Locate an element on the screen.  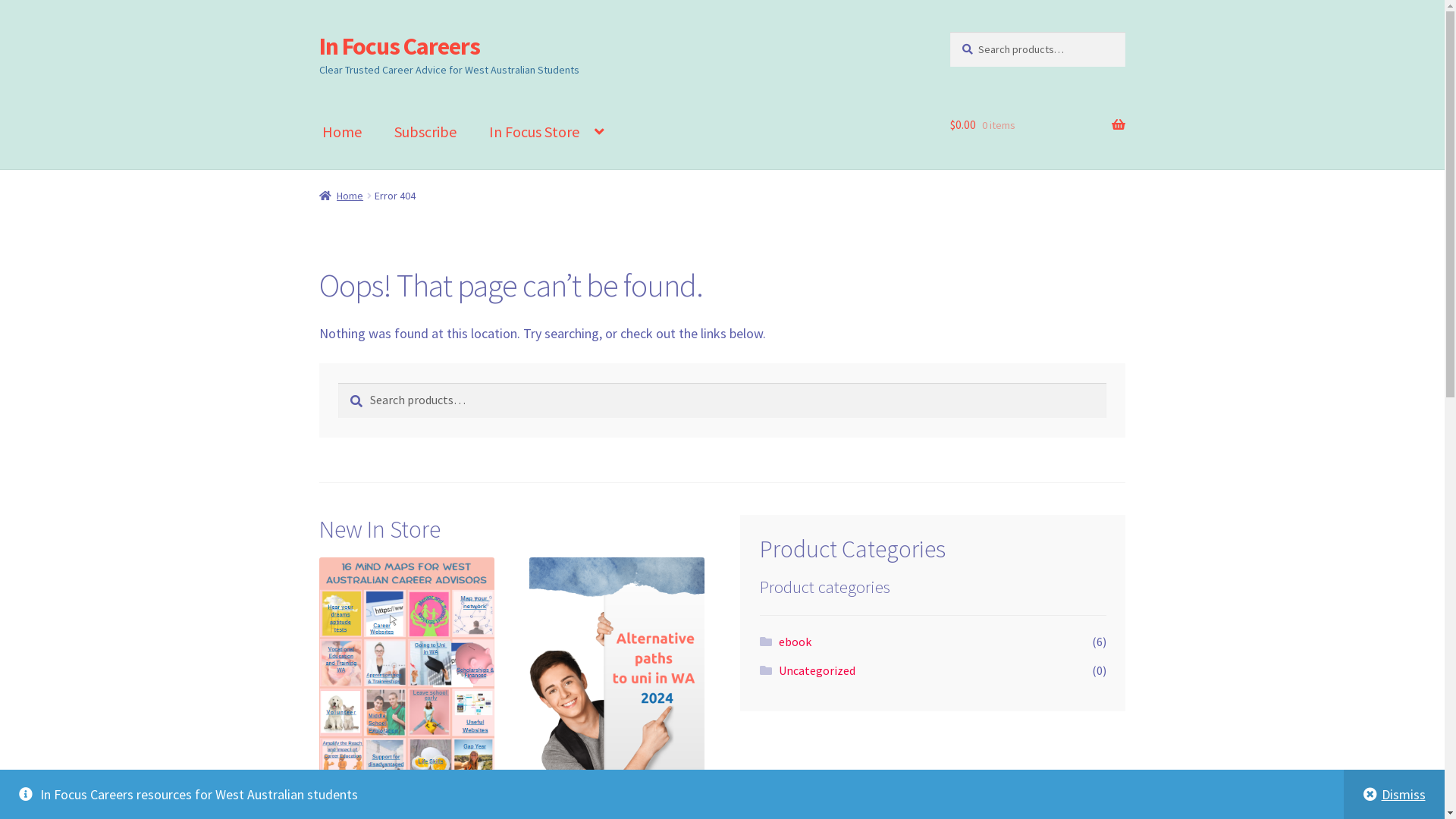
'In Focus Careers' is located at coordinates (318, 45).